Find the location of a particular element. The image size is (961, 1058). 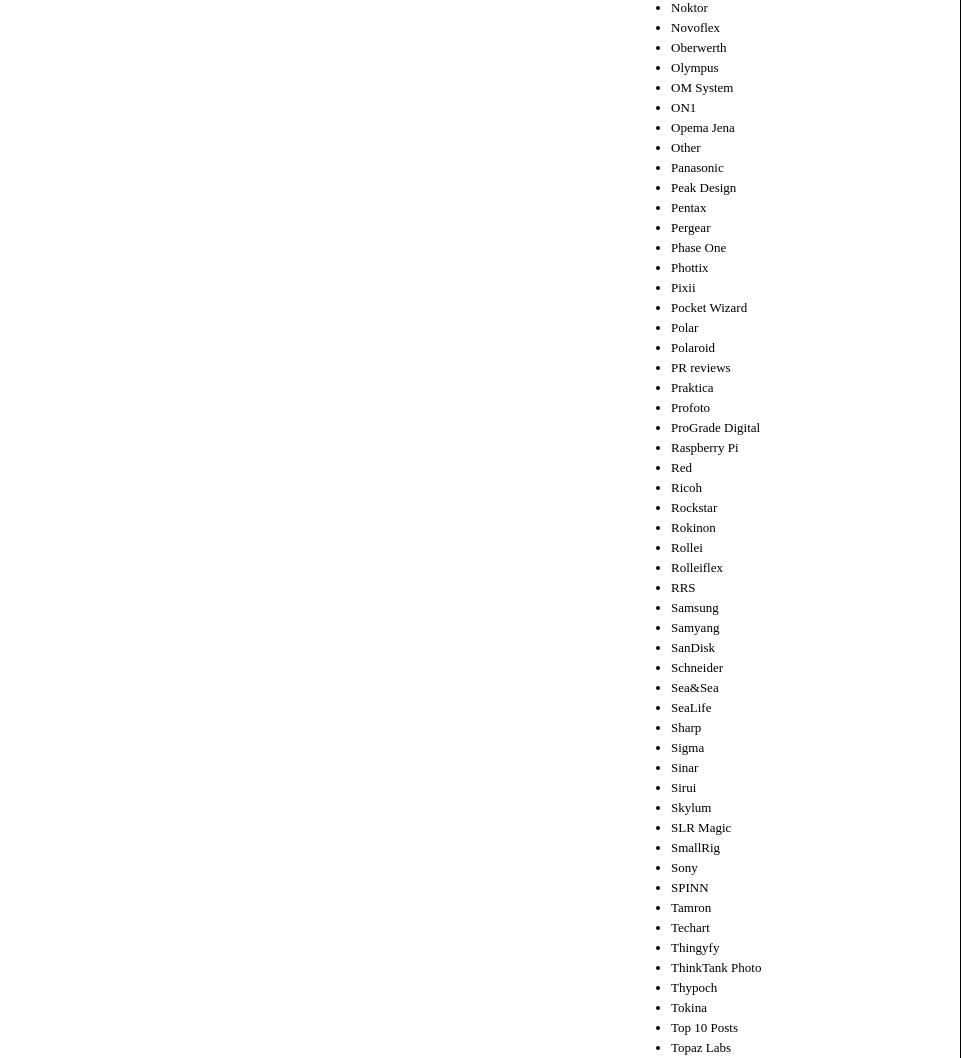

'Sea&Sea' is located at coordinates (693, 685).